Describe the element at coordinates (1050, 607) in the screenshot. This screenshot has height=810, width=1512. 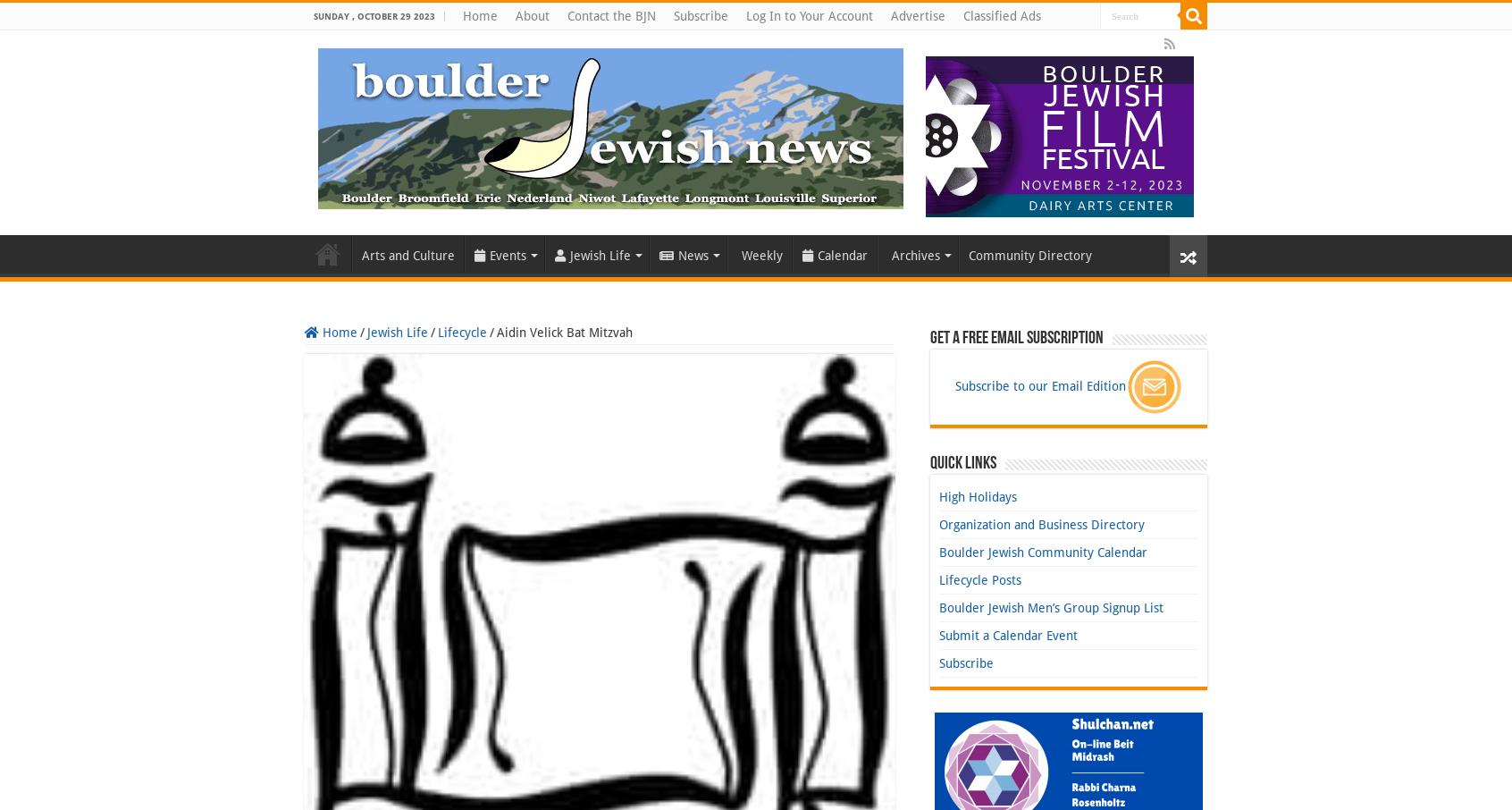
I see `'Boulder Jewish Men’s Group Signup List'` at that location.